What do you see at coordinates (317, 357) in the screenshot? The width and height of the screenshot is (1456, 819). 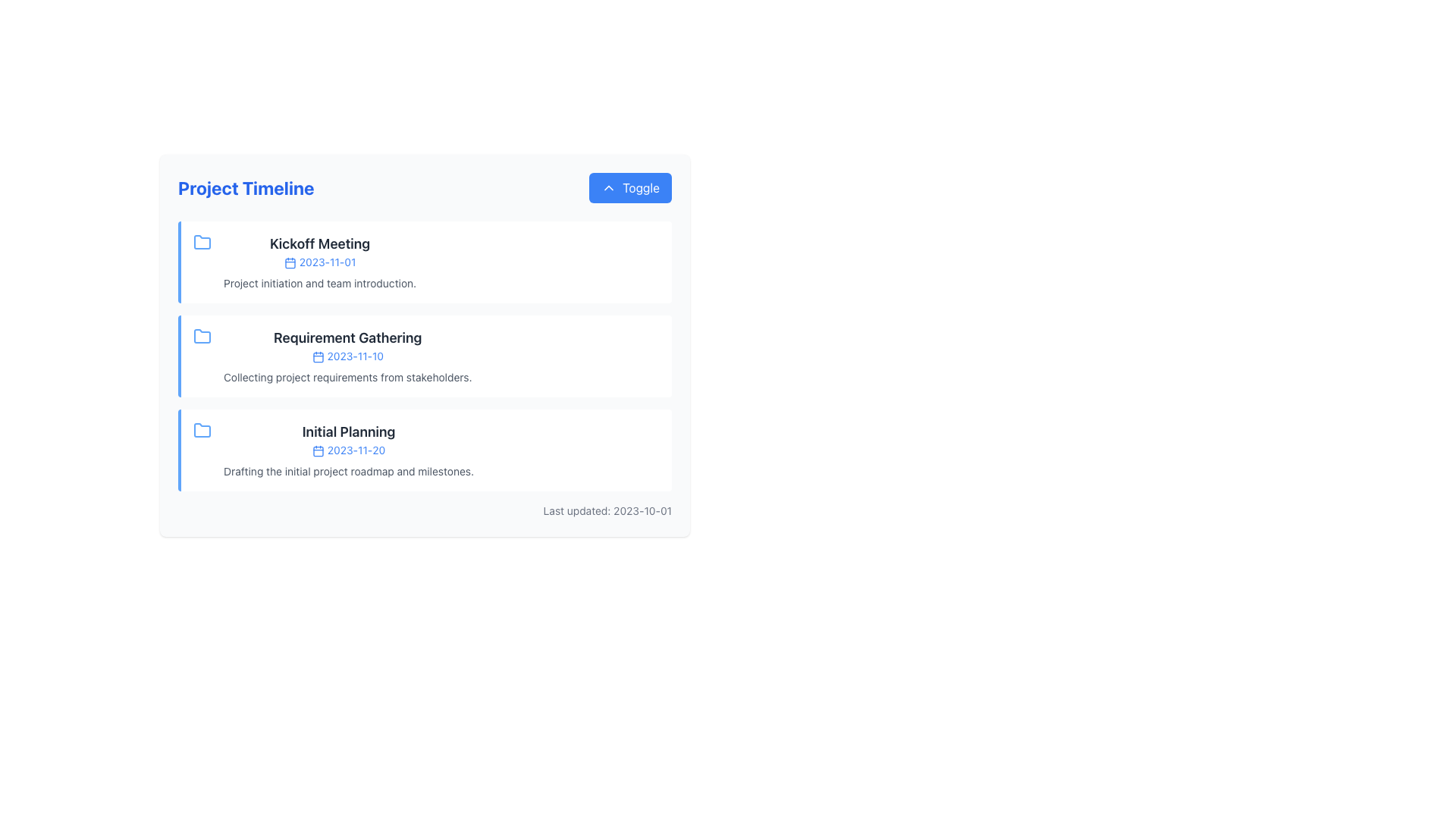 I see `the small blue calendar icon located to the left of the date '2023-11-10' in the 'Requirement Gathering' row of the timeline interface` at bounding box center [317, 357].